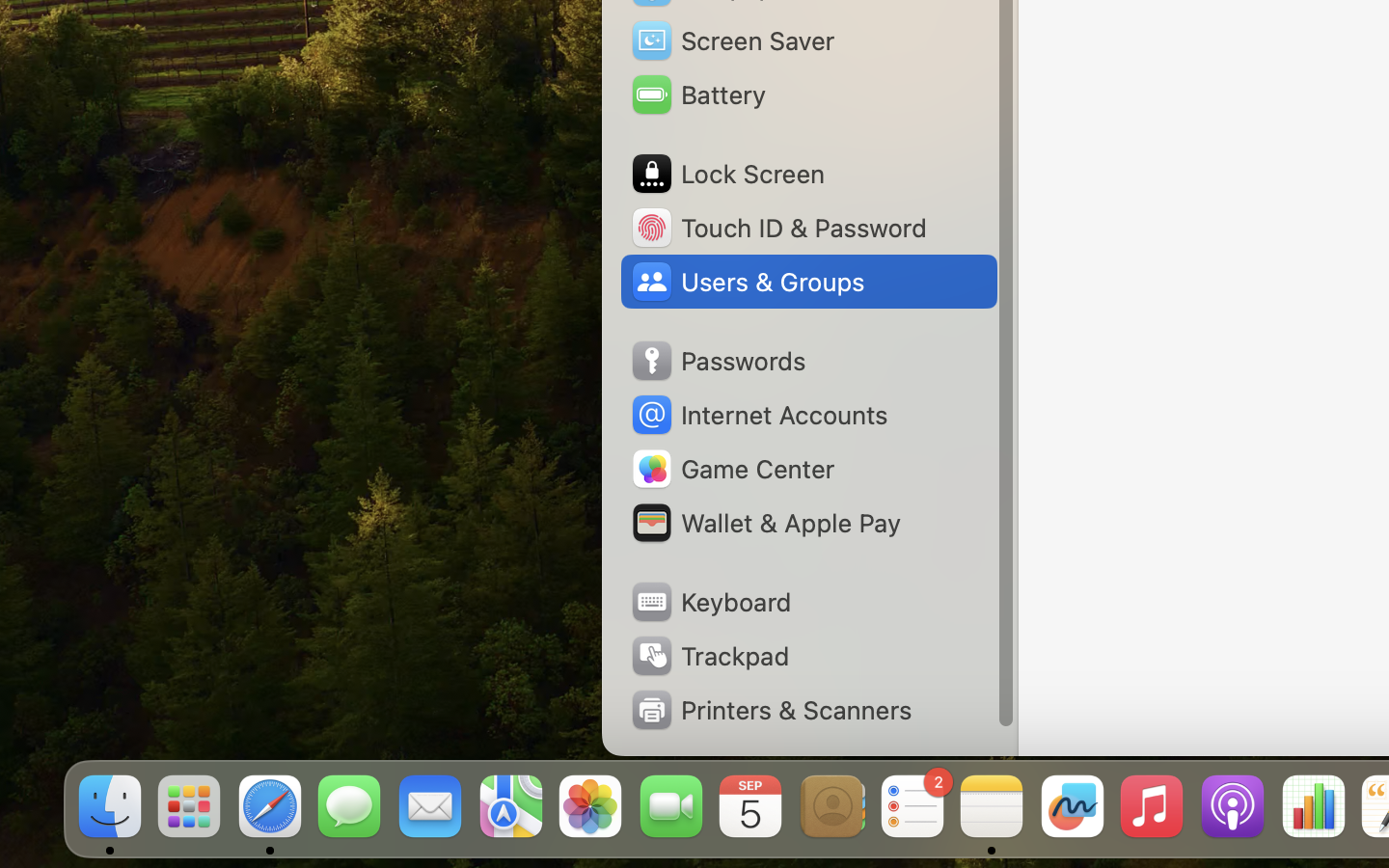 The height and width of the screenshot is (868, 1389). I want to click on 'Lock Screen', so click(725, 174).